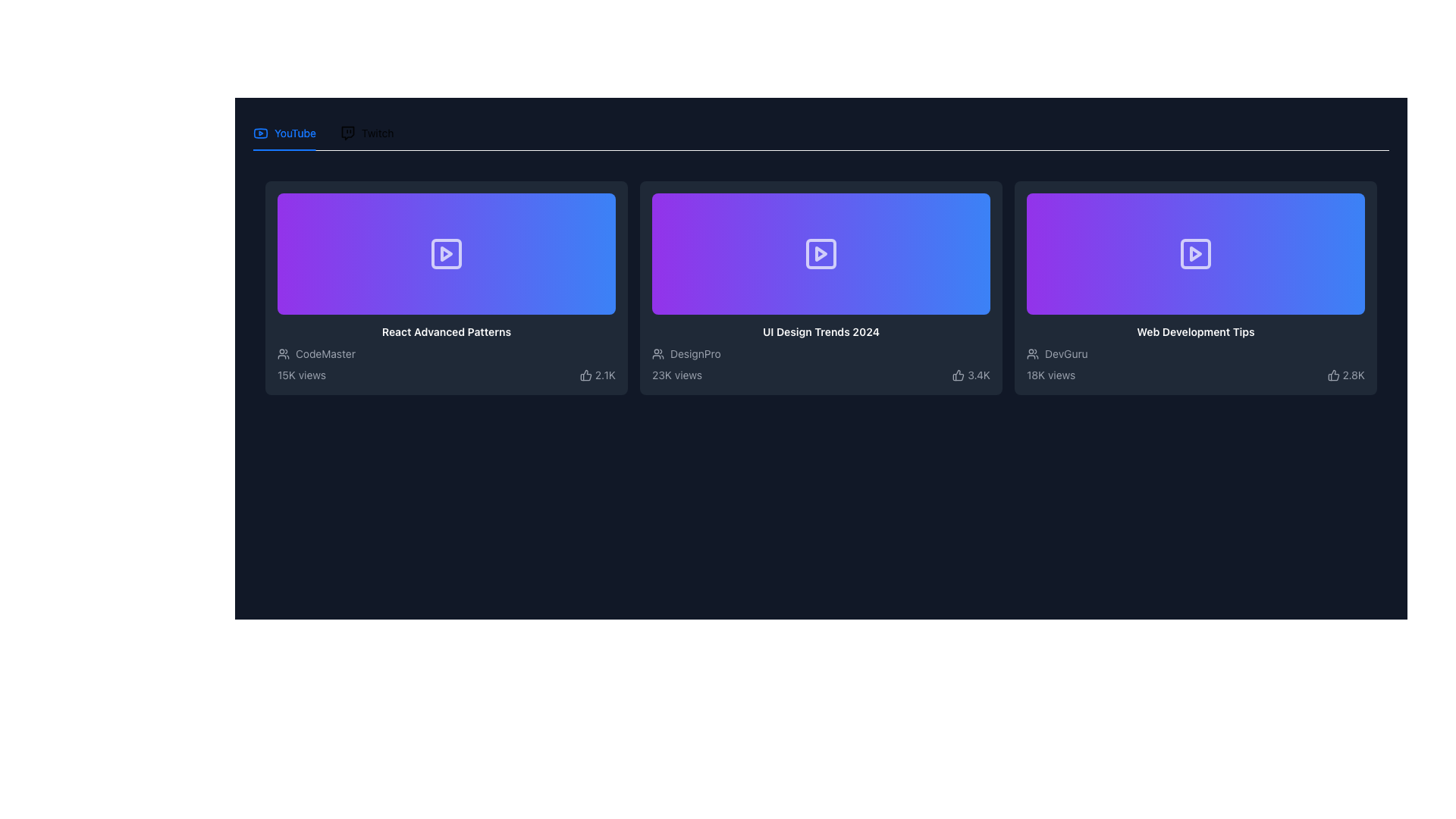  Describe the element at coordinates (585, 375) in the screenshot. I see `the Thumbs-Up icon` at that location.